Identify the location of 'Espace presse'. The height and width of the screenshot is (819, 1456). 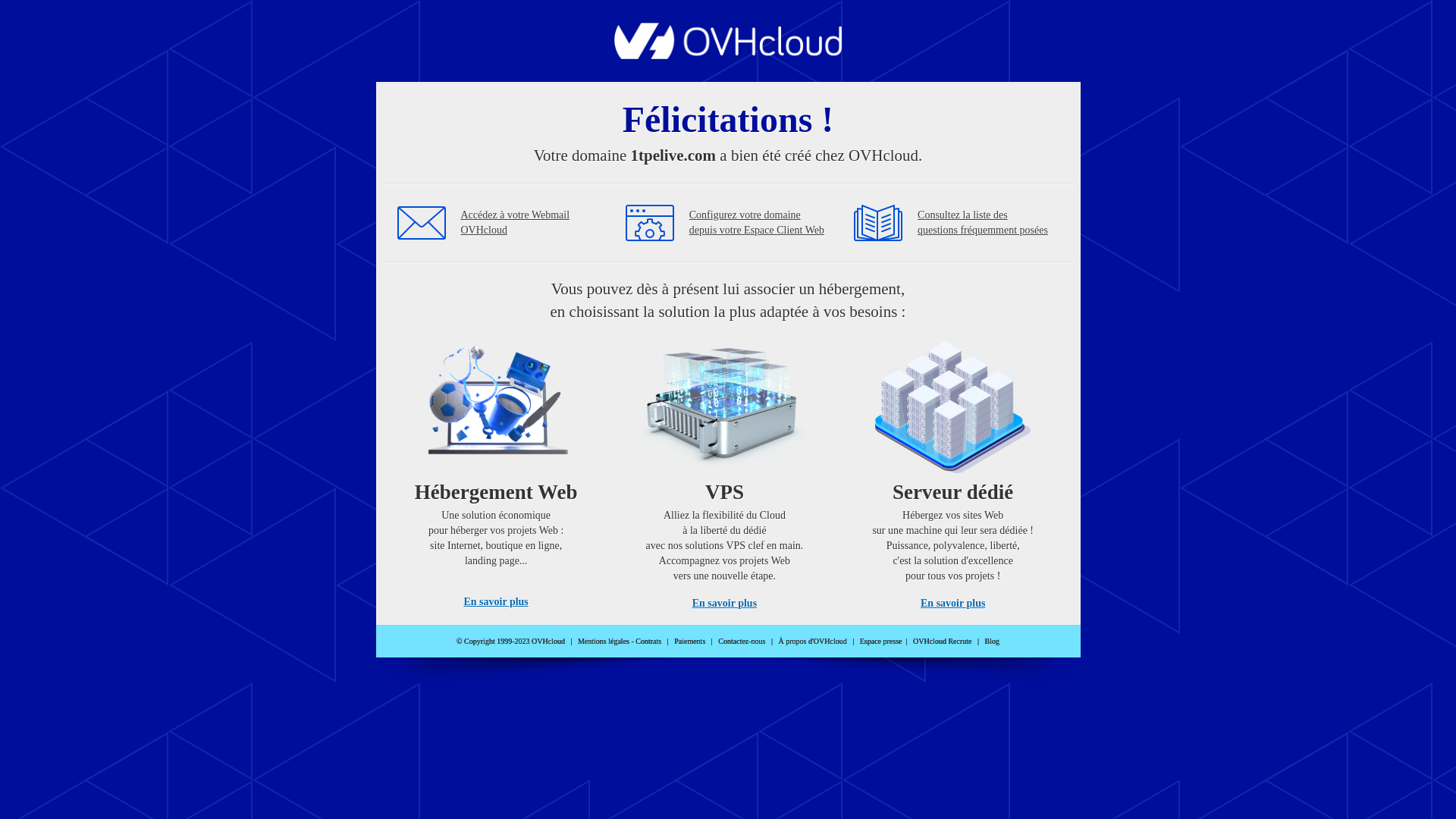
(880, 641).